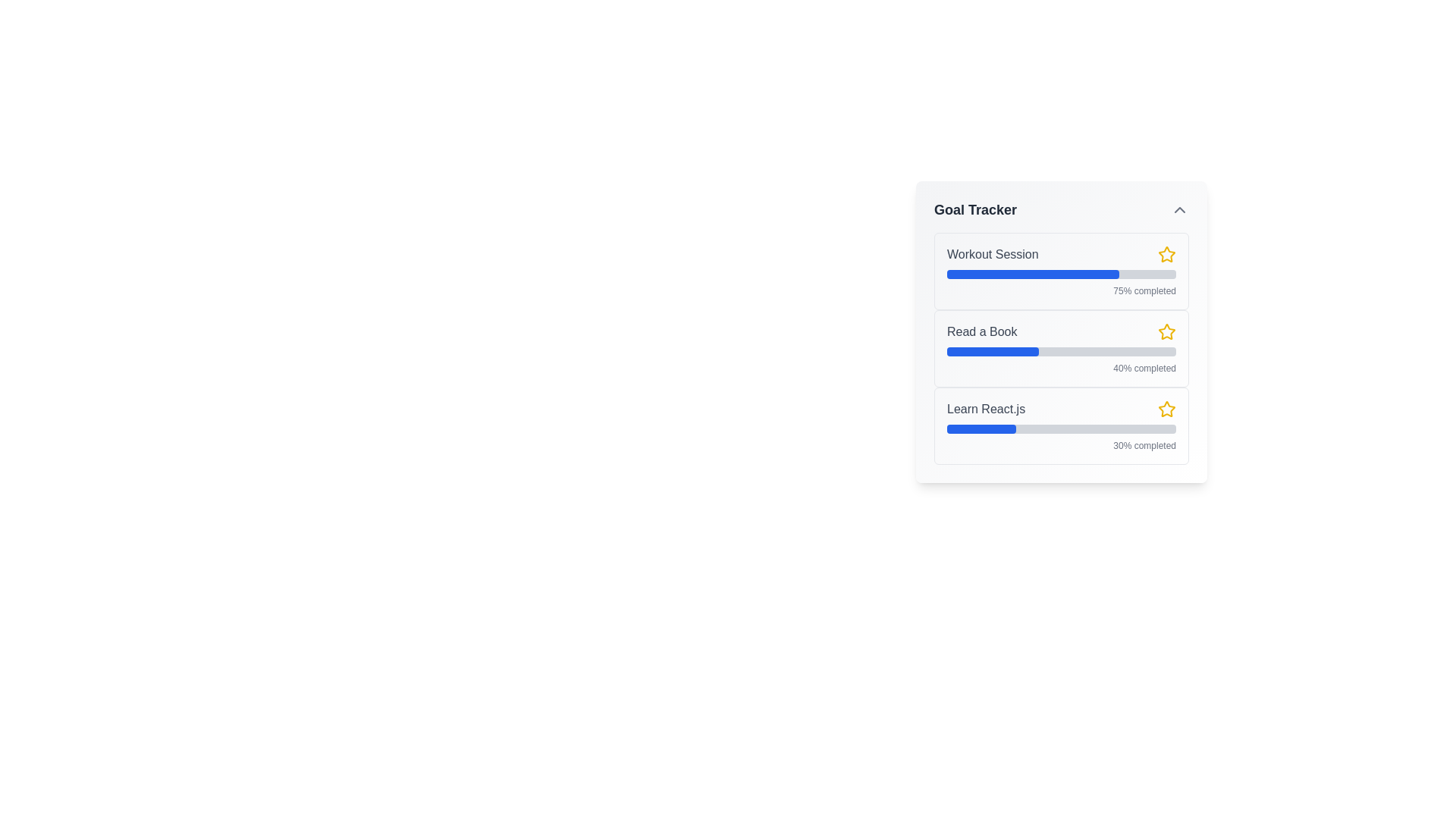  Describe the element at coordinates (993, 351) in the screenshot. I see `the Progress Indicator for the task 'Read a Book,' which shows 40% completion and is located in the middle section of the Goal Tracker widget` at that location.